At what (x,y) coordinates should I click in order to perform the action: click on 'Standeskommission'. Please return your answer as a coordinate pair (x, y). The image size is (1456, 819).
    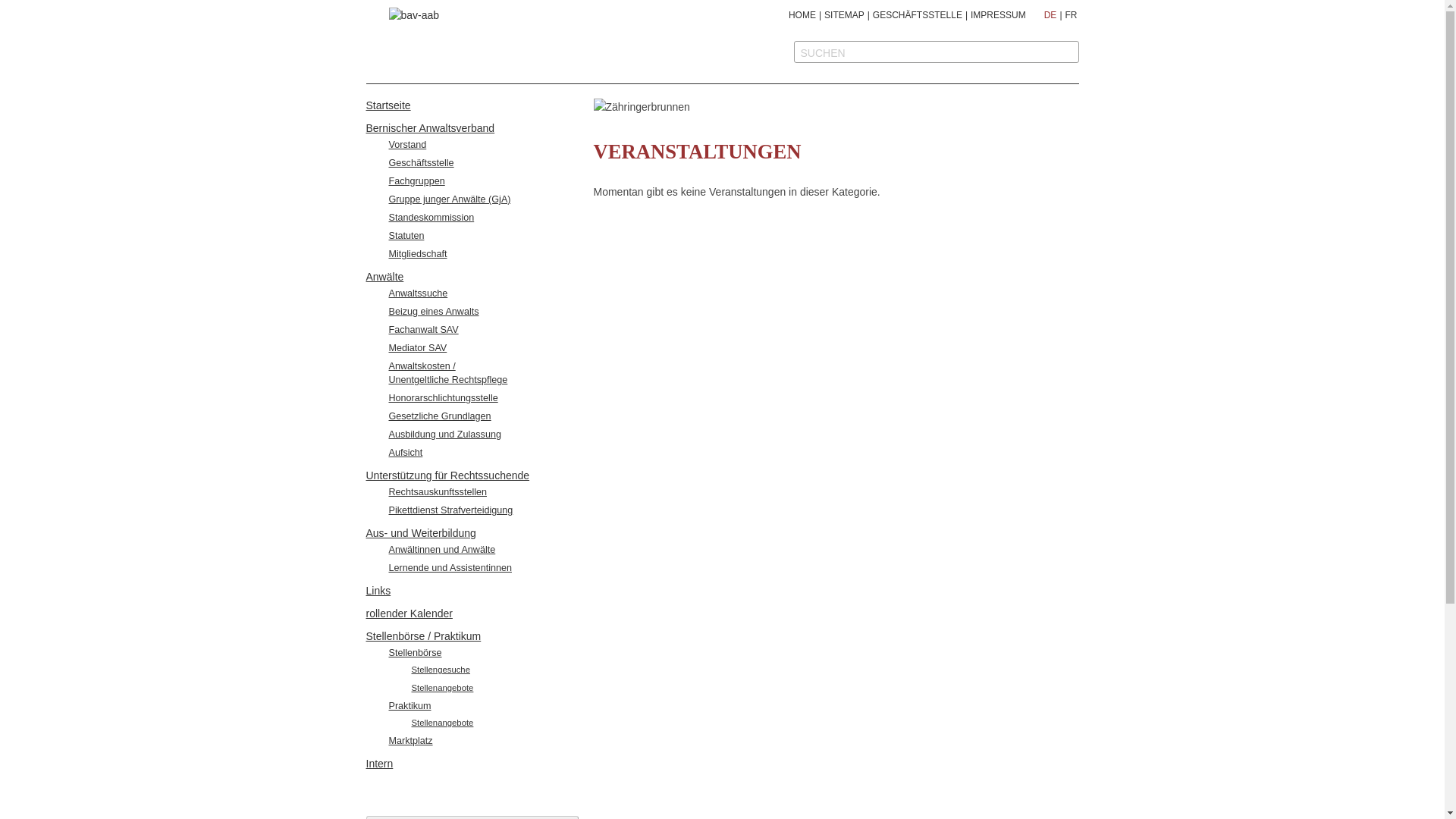
    Looking at the image, I should click on (430, 217).